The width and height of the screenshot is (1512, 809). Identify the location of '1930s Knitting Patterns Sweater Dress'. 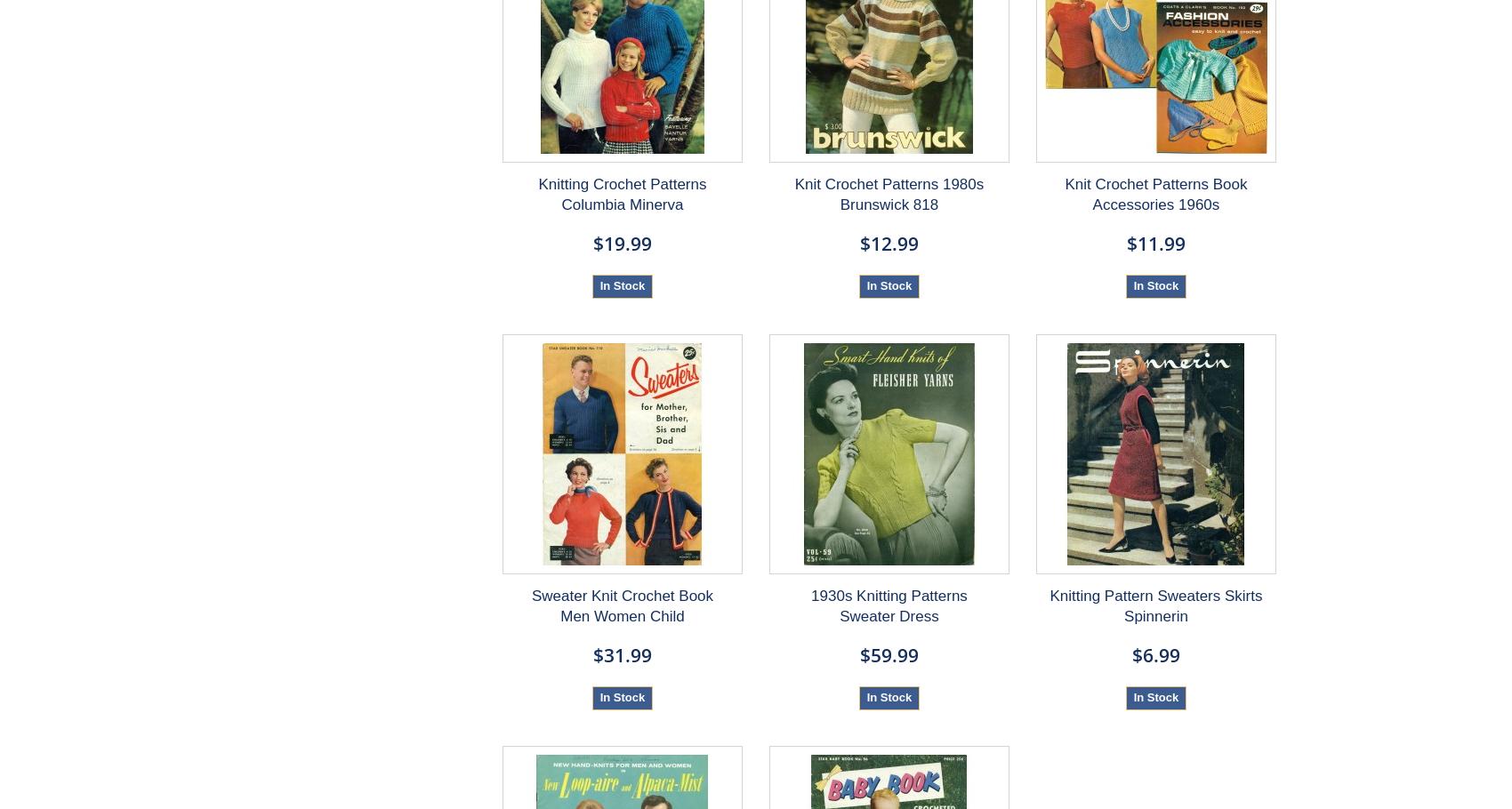
(888, 605).